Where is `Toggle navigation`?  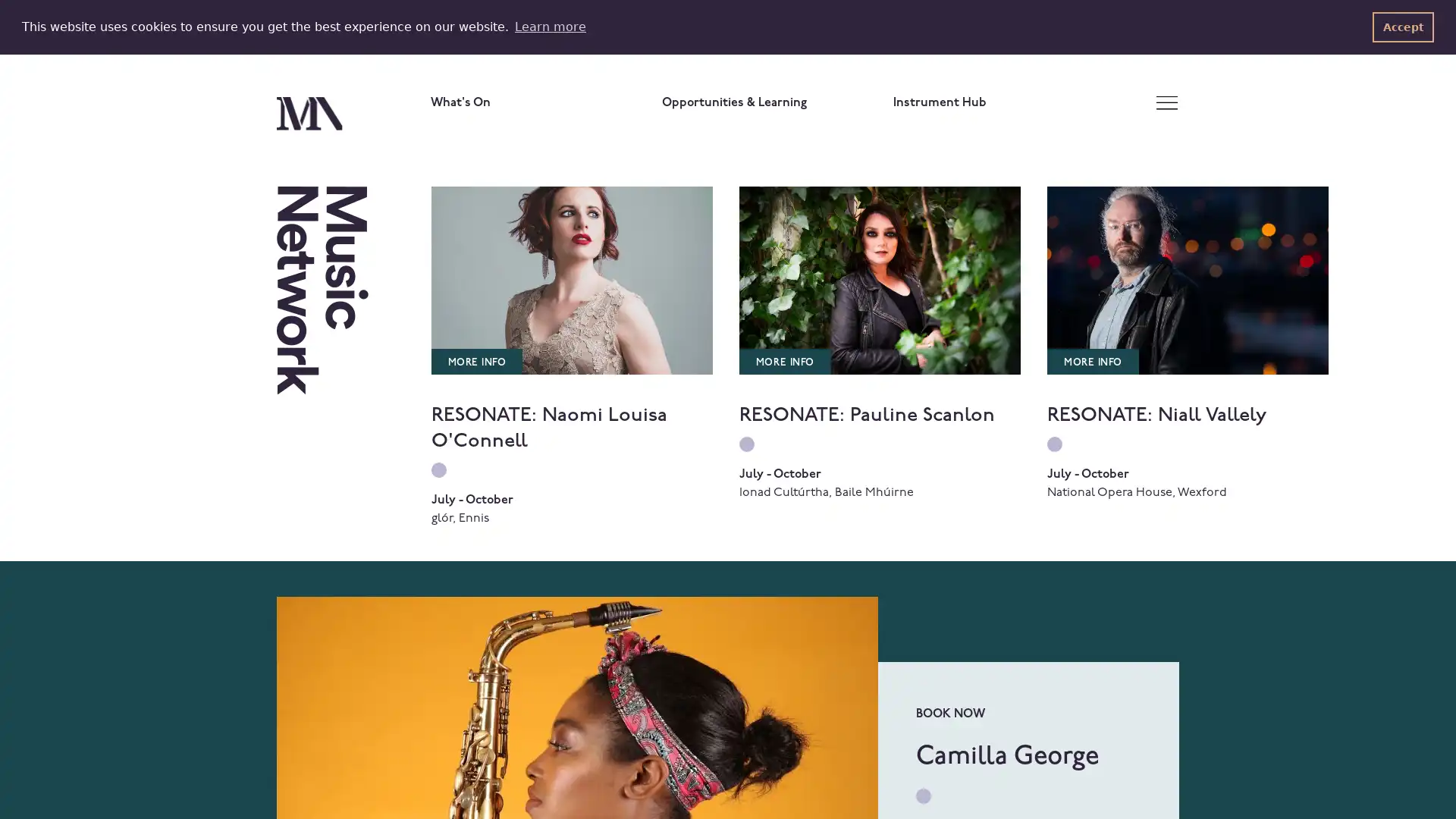
Toggle navigation is located at coordinates (1166, 102).